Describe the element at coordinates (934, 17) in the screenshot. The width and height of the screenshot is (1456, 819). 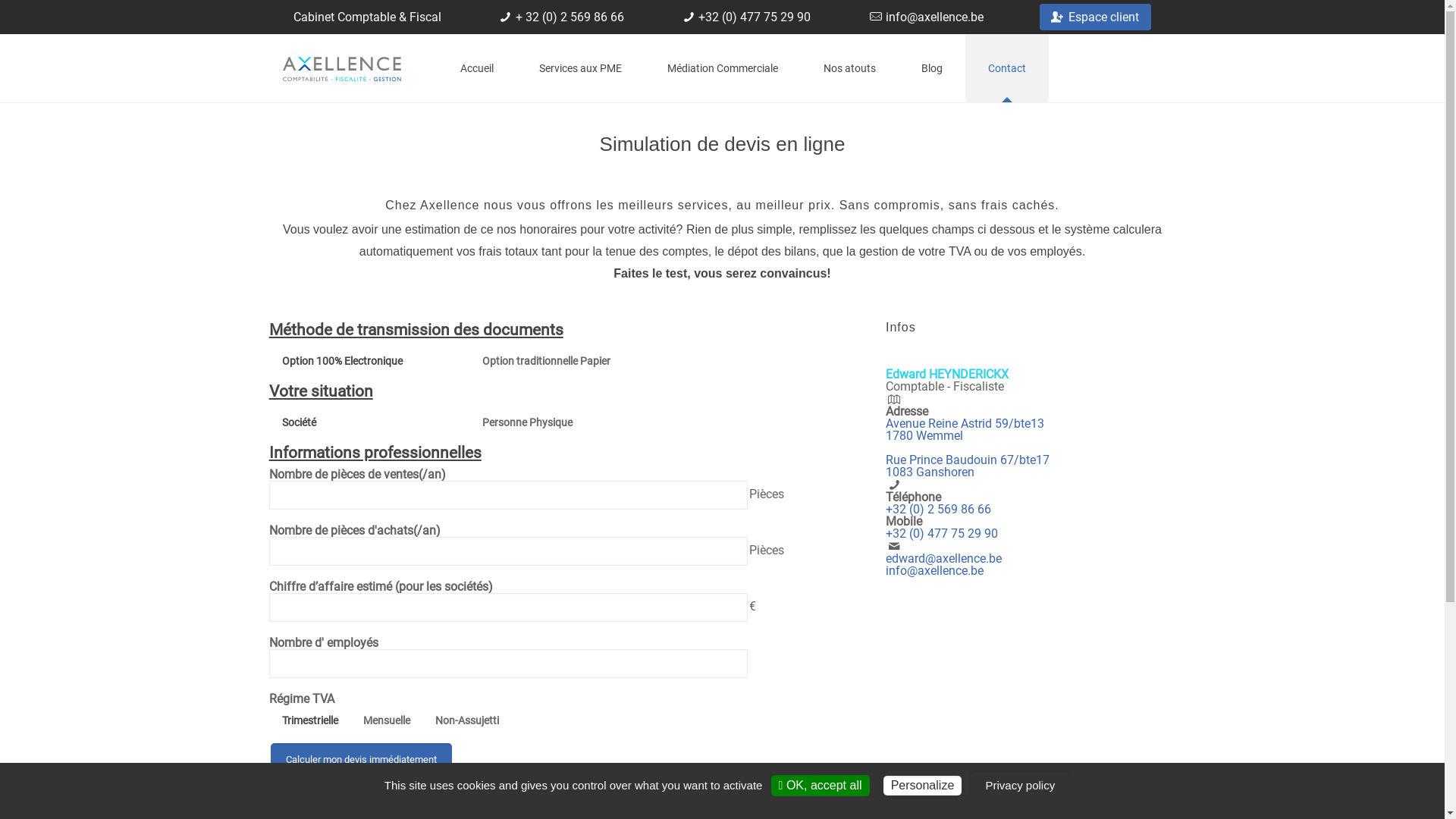
I see `'info@axellence.be'` at that location.